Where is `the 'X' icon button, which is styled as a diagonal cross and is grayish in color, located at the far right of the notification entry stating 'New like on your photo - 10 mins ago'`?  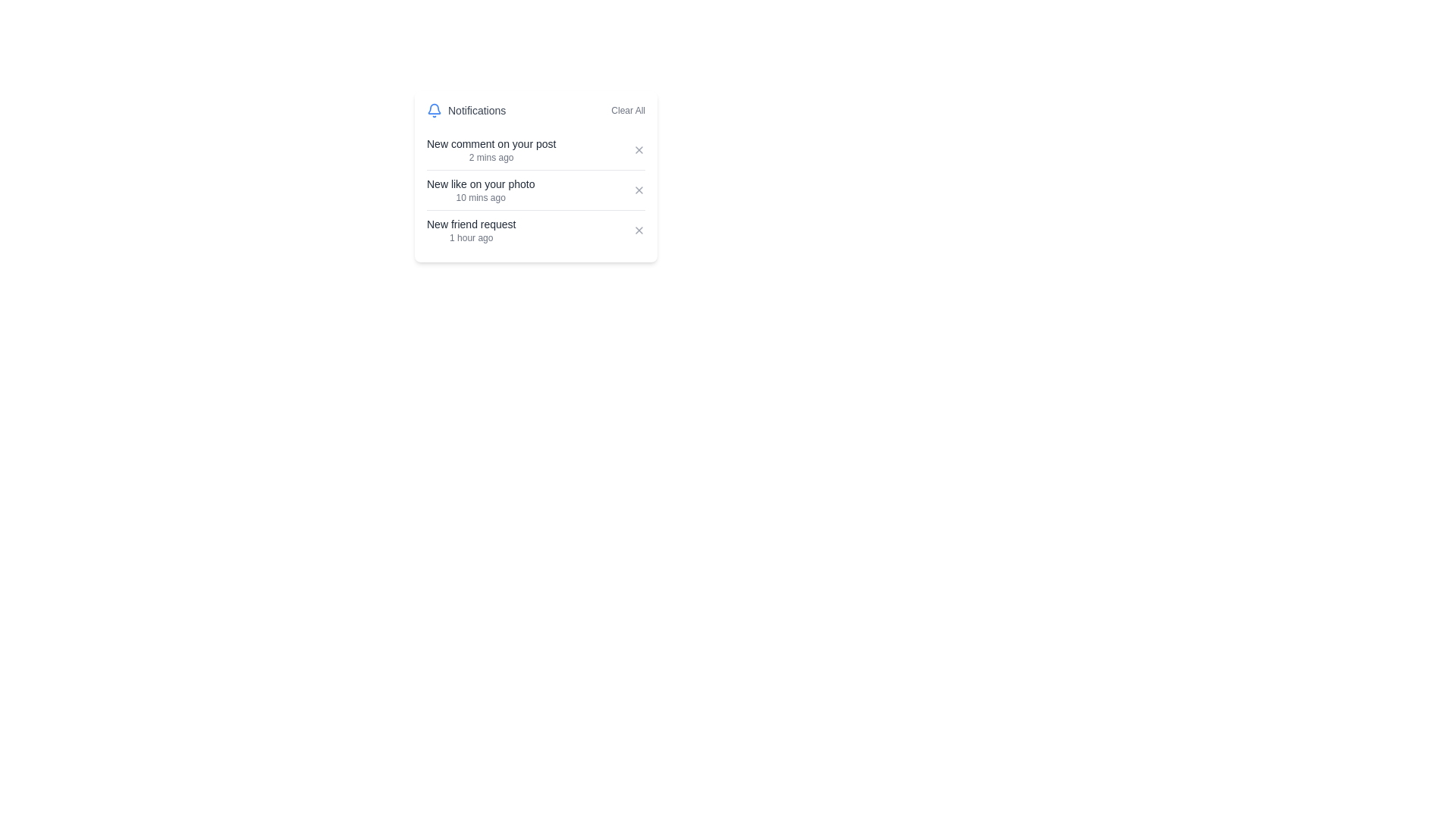 the 'X' icon button, which is styled as a diagonal cross and is grayish in color, located at the far right of the notification entry stating 'New like on your photo - 10 mins ago' is located at coordinates (639, 189).